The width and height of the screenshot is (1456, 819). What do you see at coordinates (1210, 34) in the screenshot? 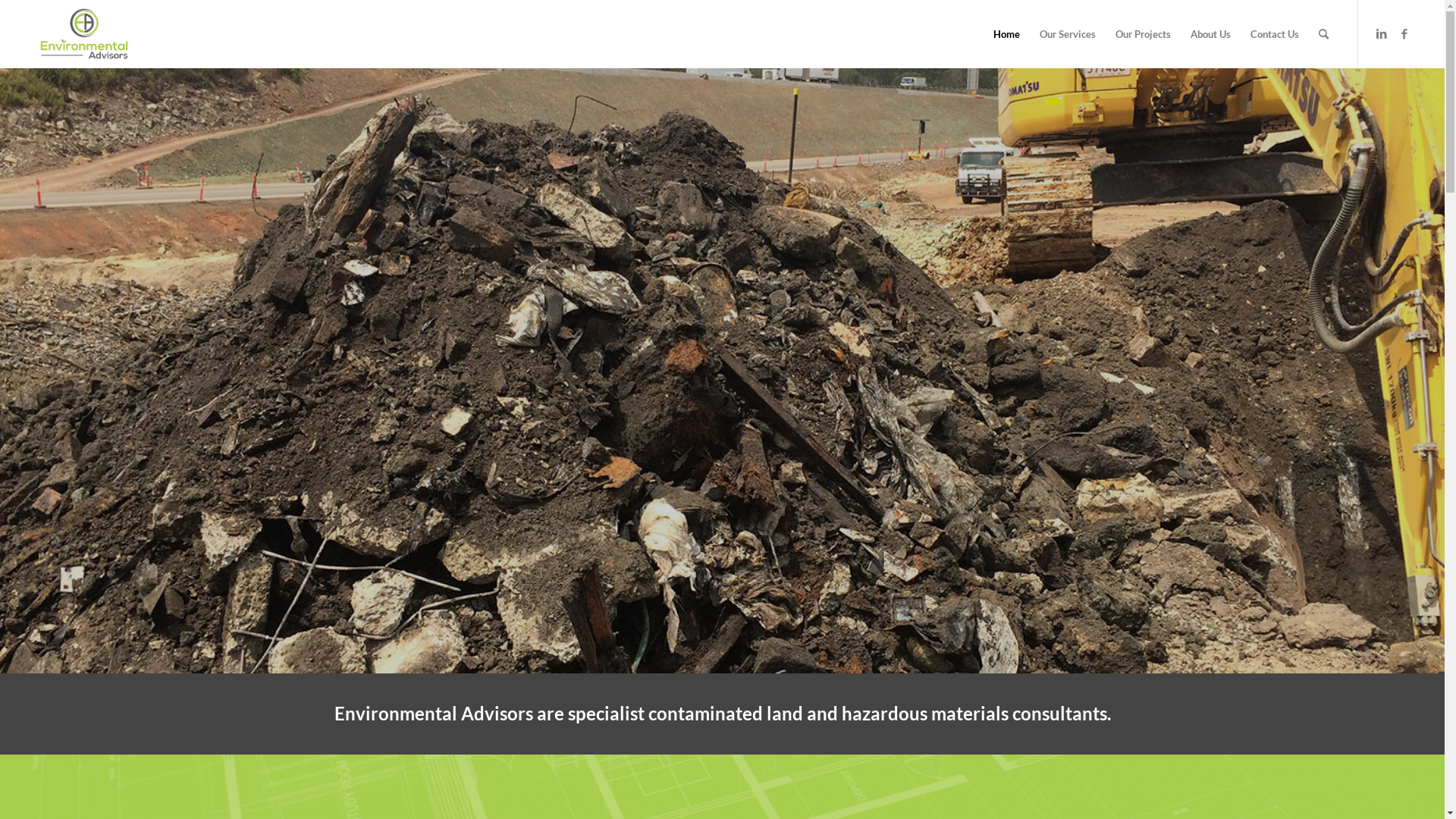
I see `'About Us'` at bounding box center [1210, 34].